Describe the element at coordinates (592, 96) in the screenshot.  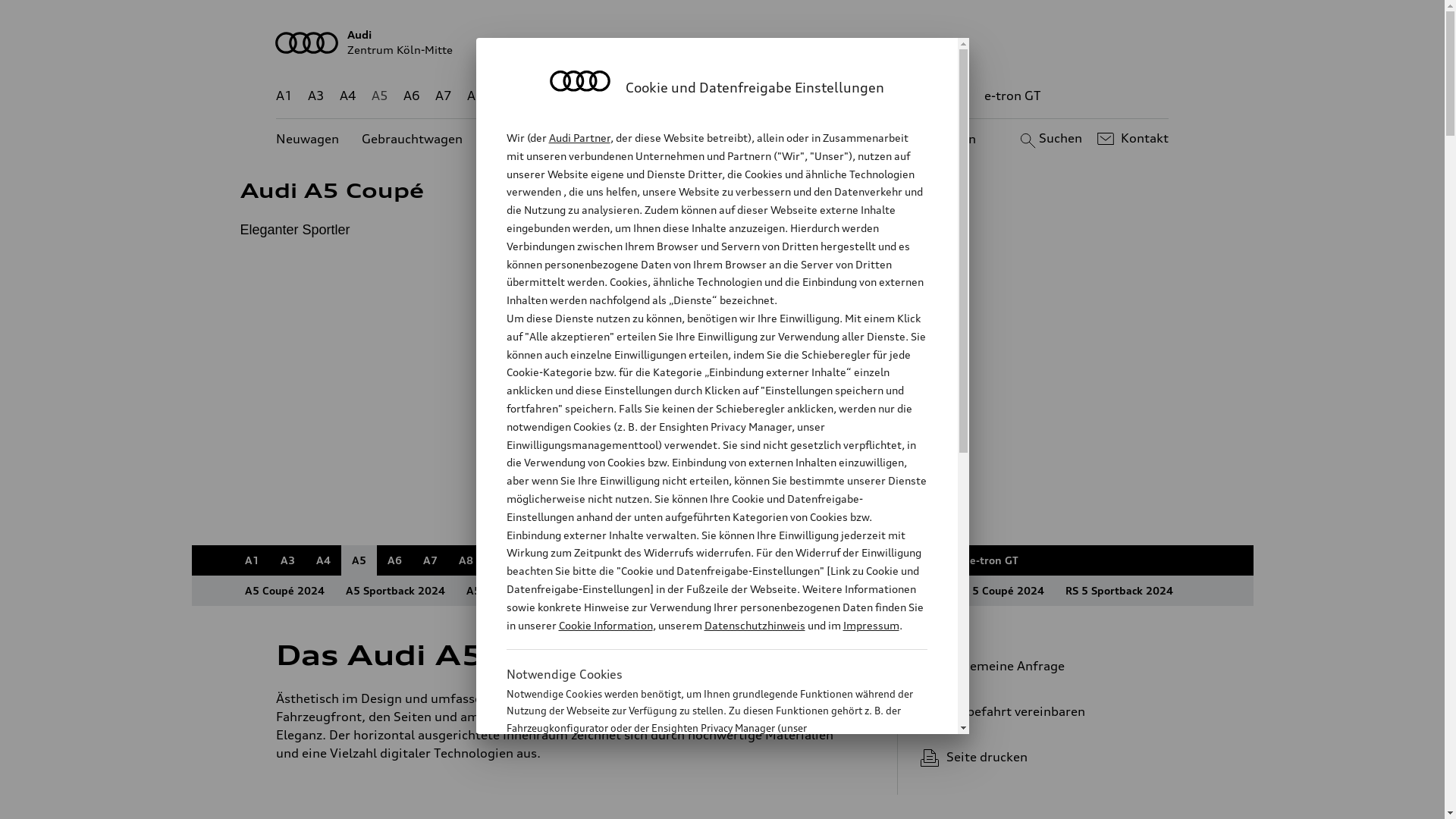
I see `'Q4 e-tron'` at that location.